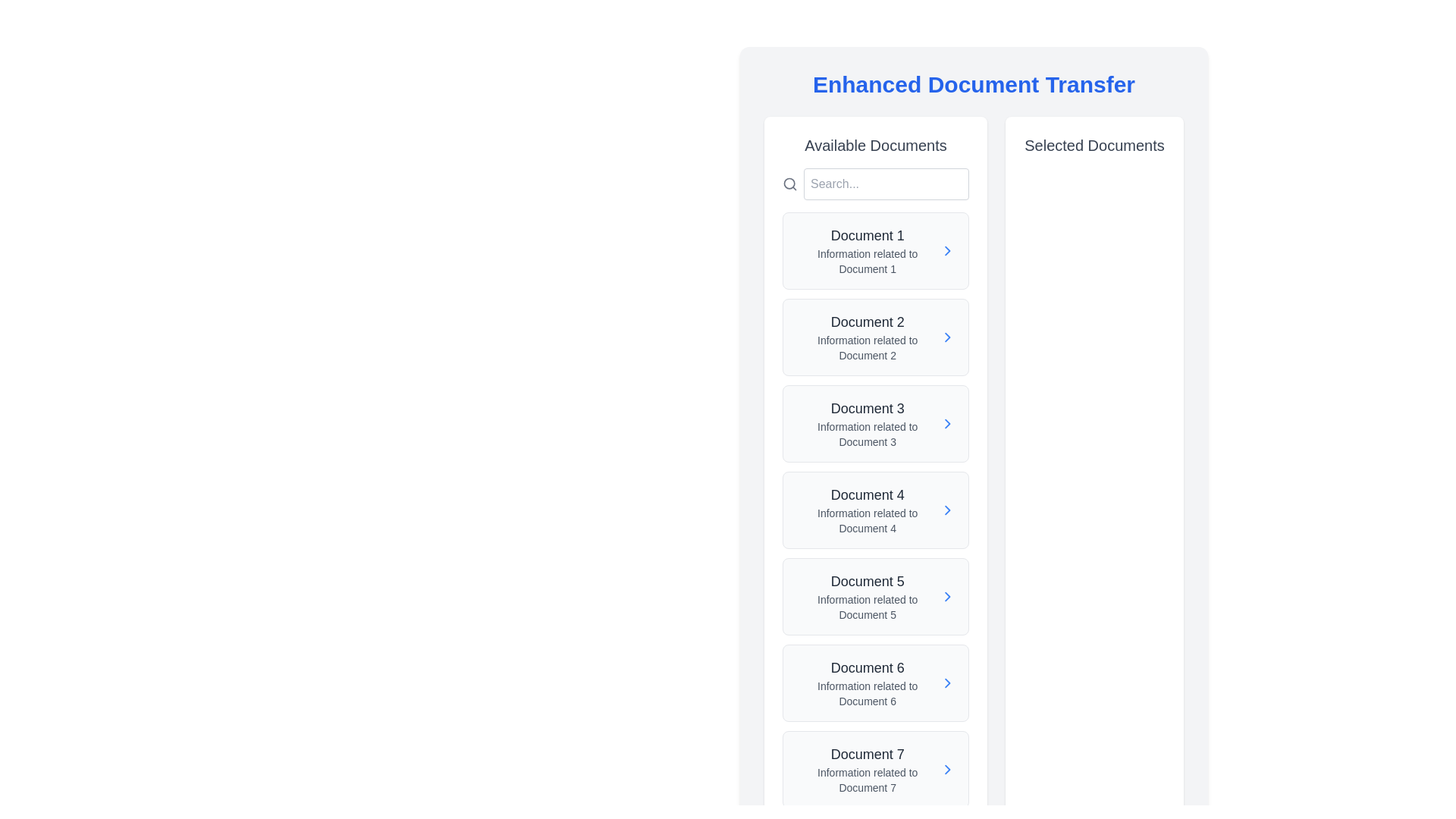 The height and width of the screenshot is (819, 1456). Describe the element at coordinates (868, 260) in the screenshot. I see `the static text label that provides additional details about 'Document 1', located directly beneath the heading 'Document 1' in the 'Available Documents' list` at that location.